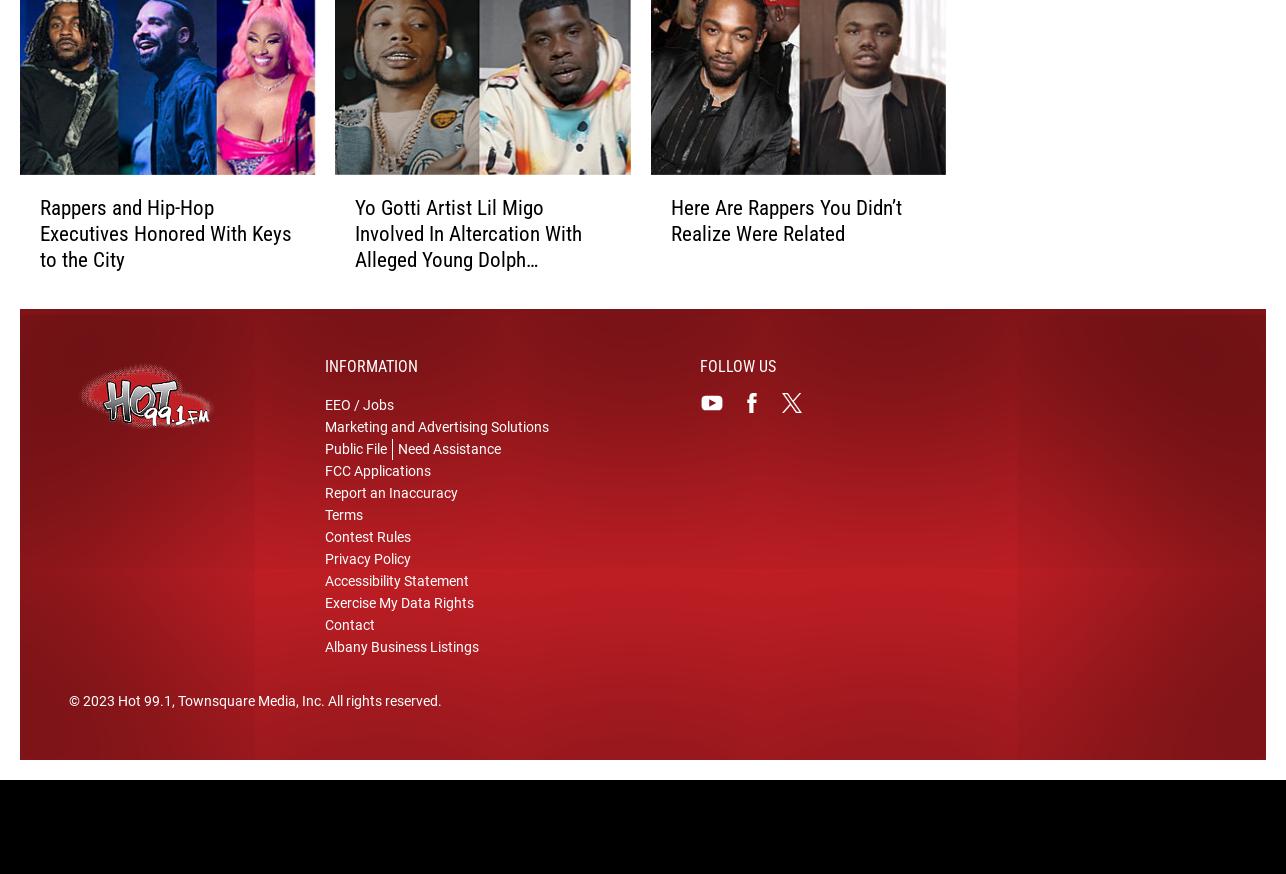 This screenshot has height=874, width=1286. I want to click on 'Here Are Rappers You Didn’t Realize Were Related', so click(670, 230).